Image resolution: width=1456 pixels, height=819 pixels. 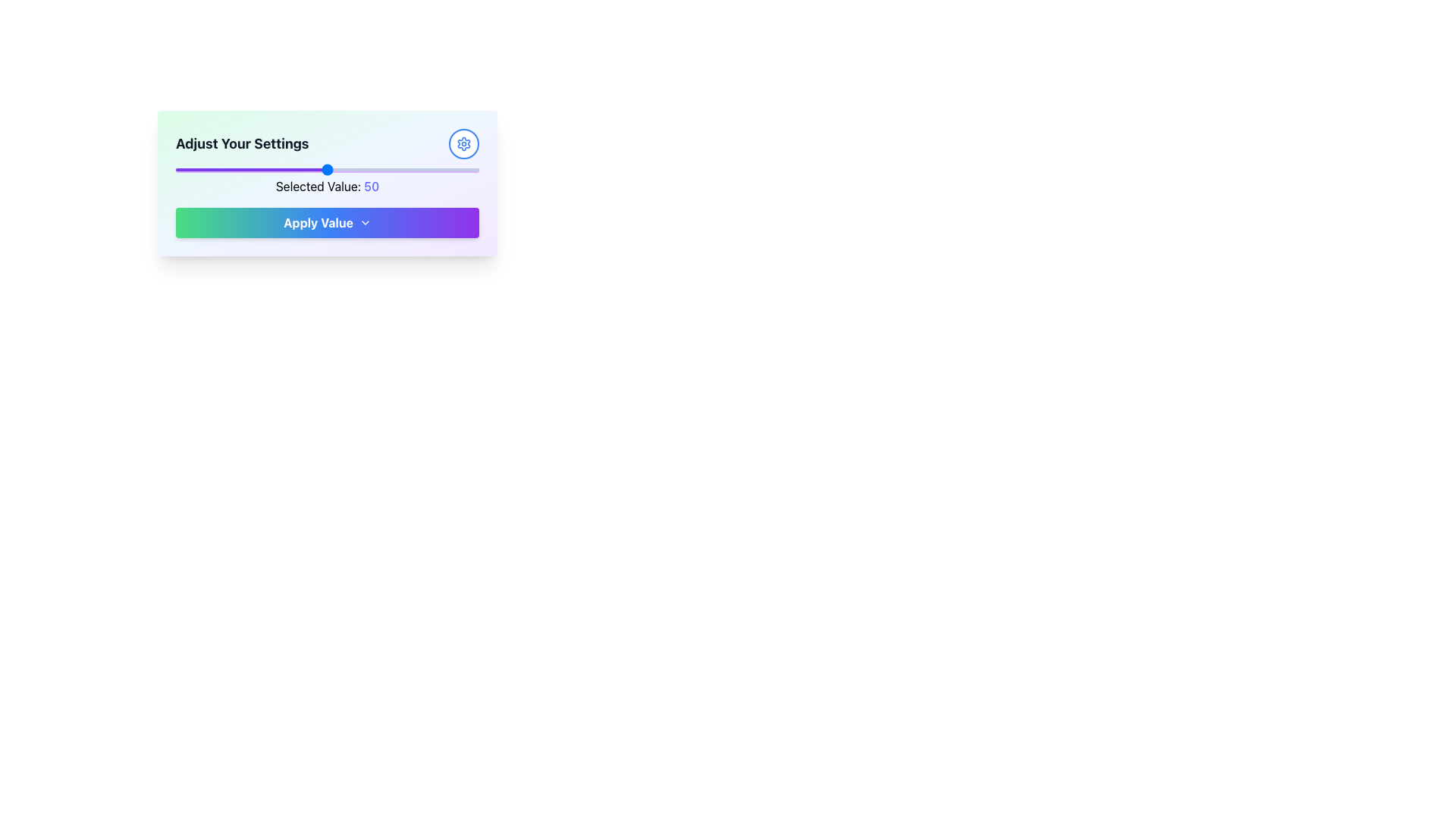 I want to click on the gear icon inside the circular button located in the top-right corner of the 'Adjust Your Settings' card, so click(x=463, y=143).